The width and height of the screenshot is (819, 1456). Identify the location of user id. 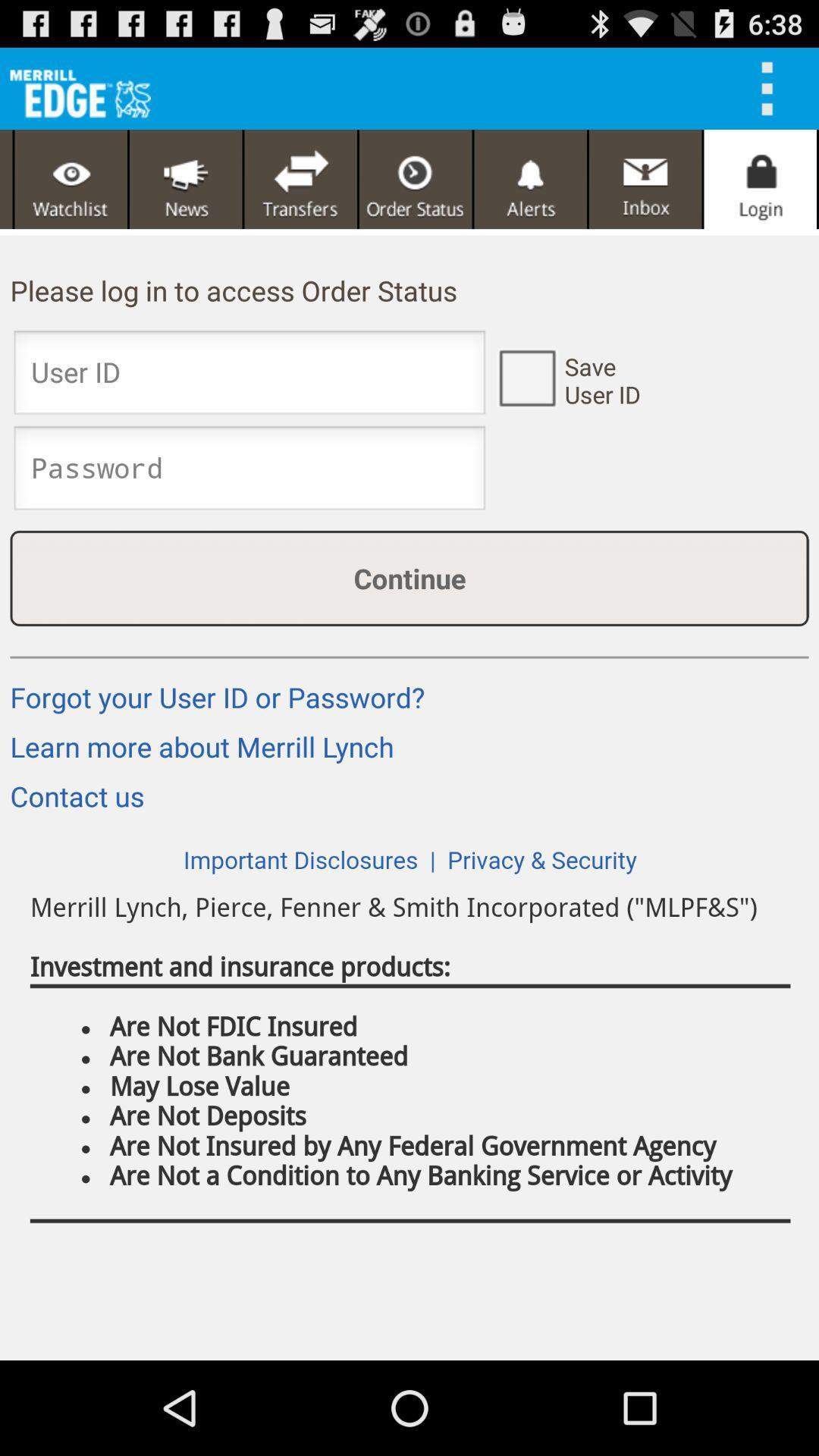
(249, 377).